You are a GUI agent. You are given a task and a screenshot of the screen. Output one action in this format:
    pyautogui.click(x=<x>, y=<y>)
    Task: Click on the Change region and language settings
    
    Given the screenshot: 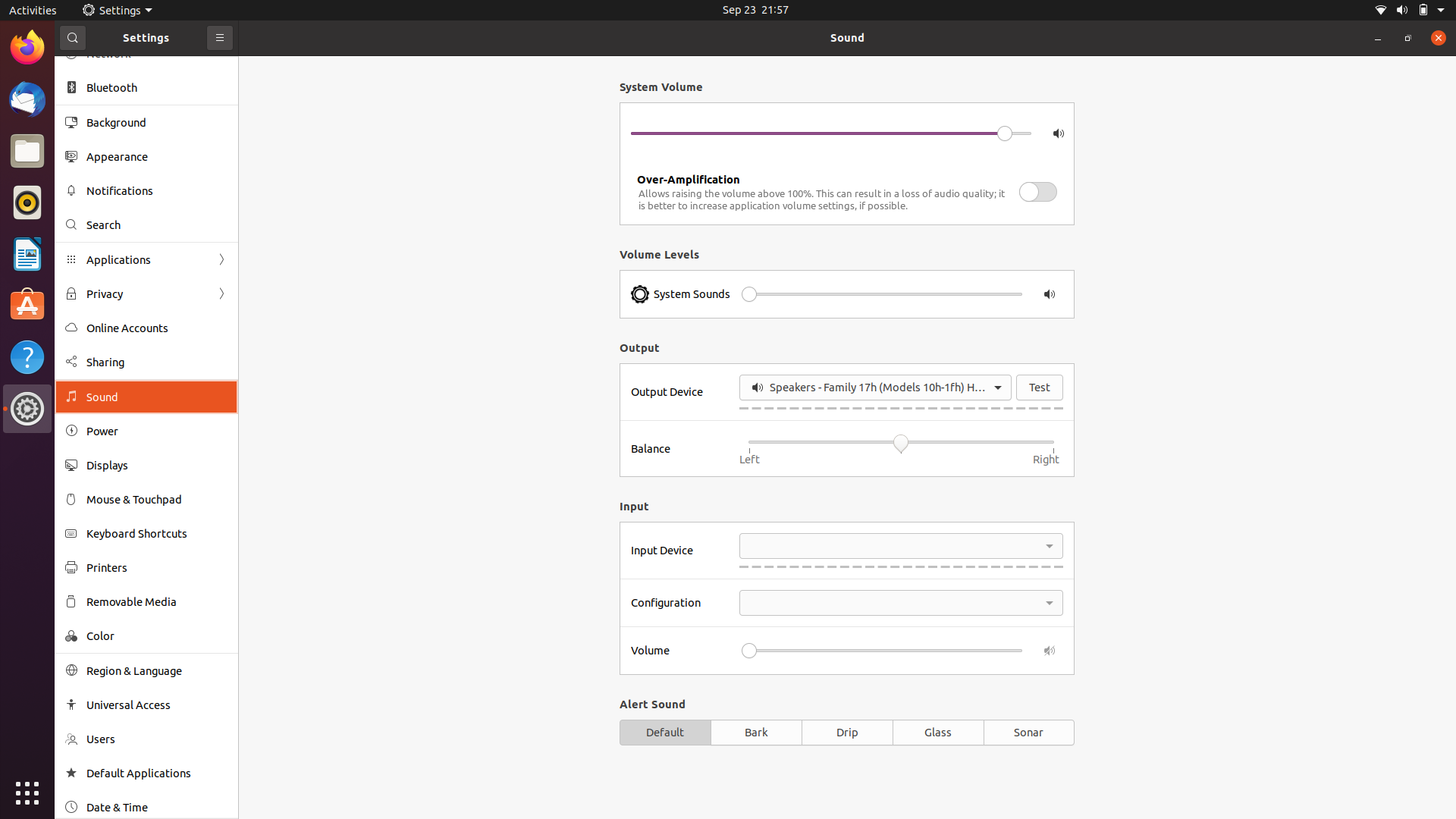 What is the action you would take?
    pyautogui.click(x=146, y=670)
    